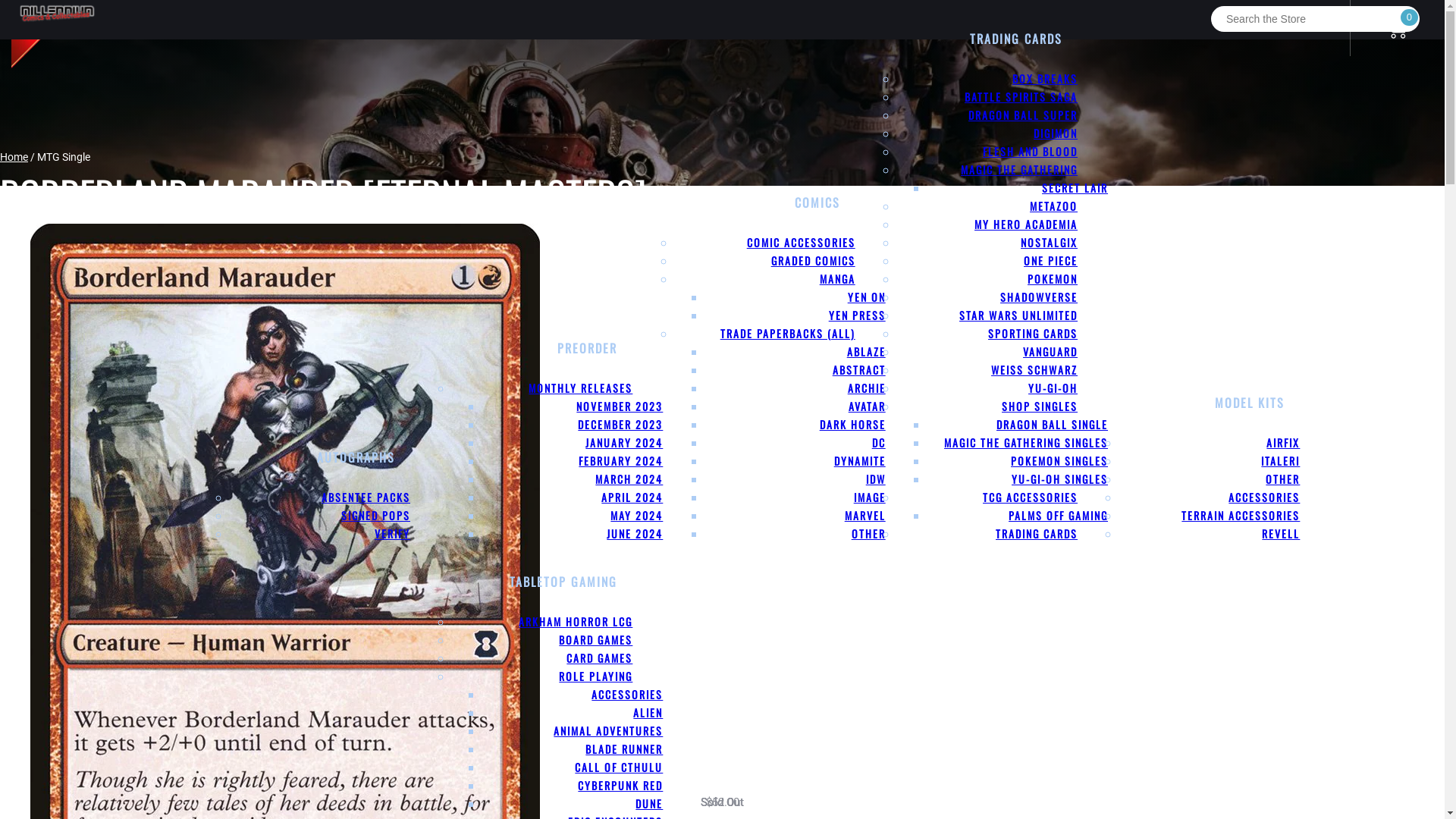 This screenshot has width=1456, height=819. I want to click on 'APRIL 2024', so click(600, 497).